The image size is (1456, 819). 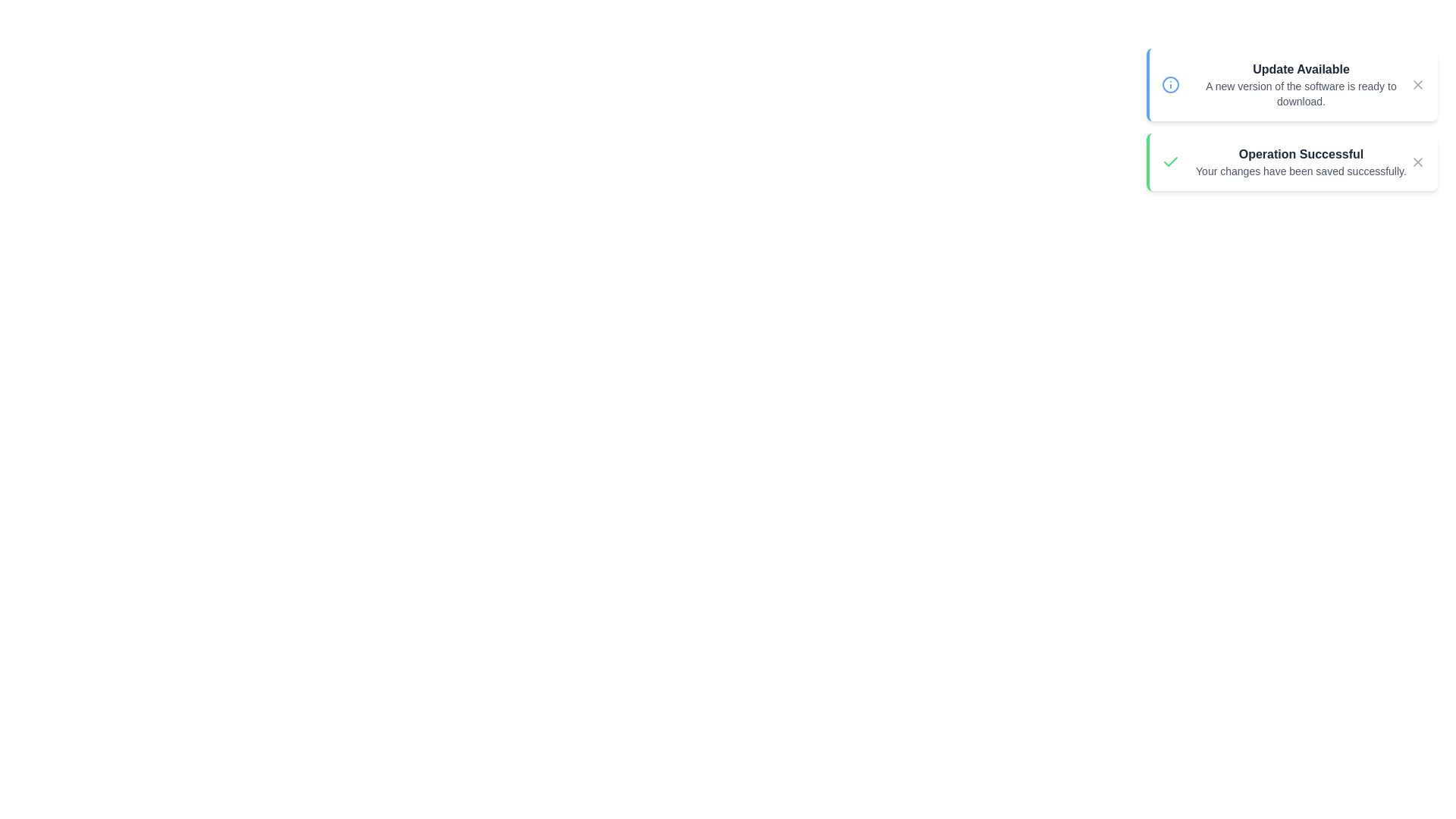 What do you see at coordinates (1170, 162) in the screenshot?
I see `icon that serves as a visual indicator for successful operation, located within the lower notification box next to the message 'Operation Successful'` at bounding box center [1170, 162].